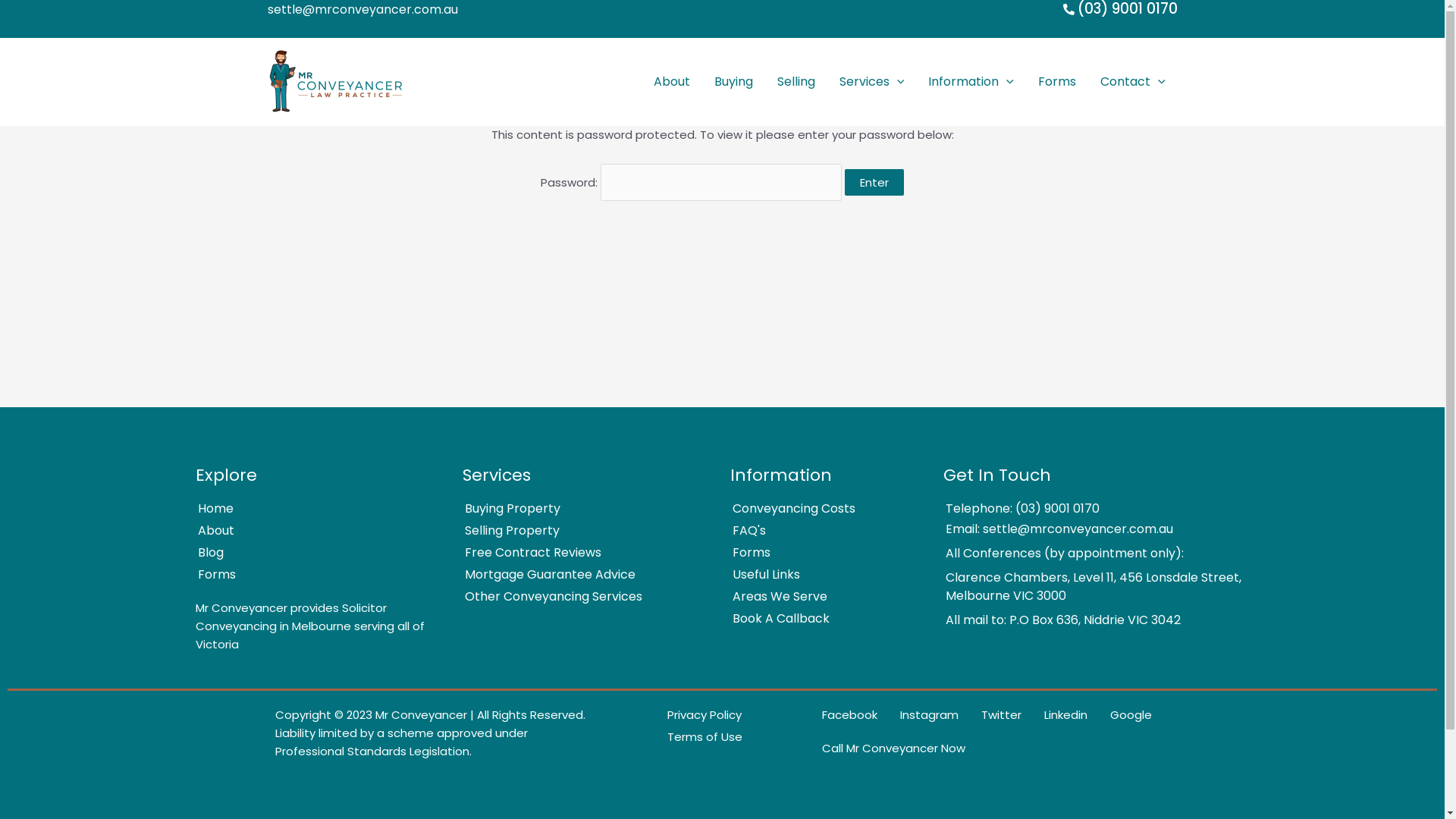 Image resolution: width=1456 pixels, height=819 pixels. What do you see at coordinates (579, 595) in the screenshot?
I see `'Other Conveyancing Services'` at bounding box center [579, 595].